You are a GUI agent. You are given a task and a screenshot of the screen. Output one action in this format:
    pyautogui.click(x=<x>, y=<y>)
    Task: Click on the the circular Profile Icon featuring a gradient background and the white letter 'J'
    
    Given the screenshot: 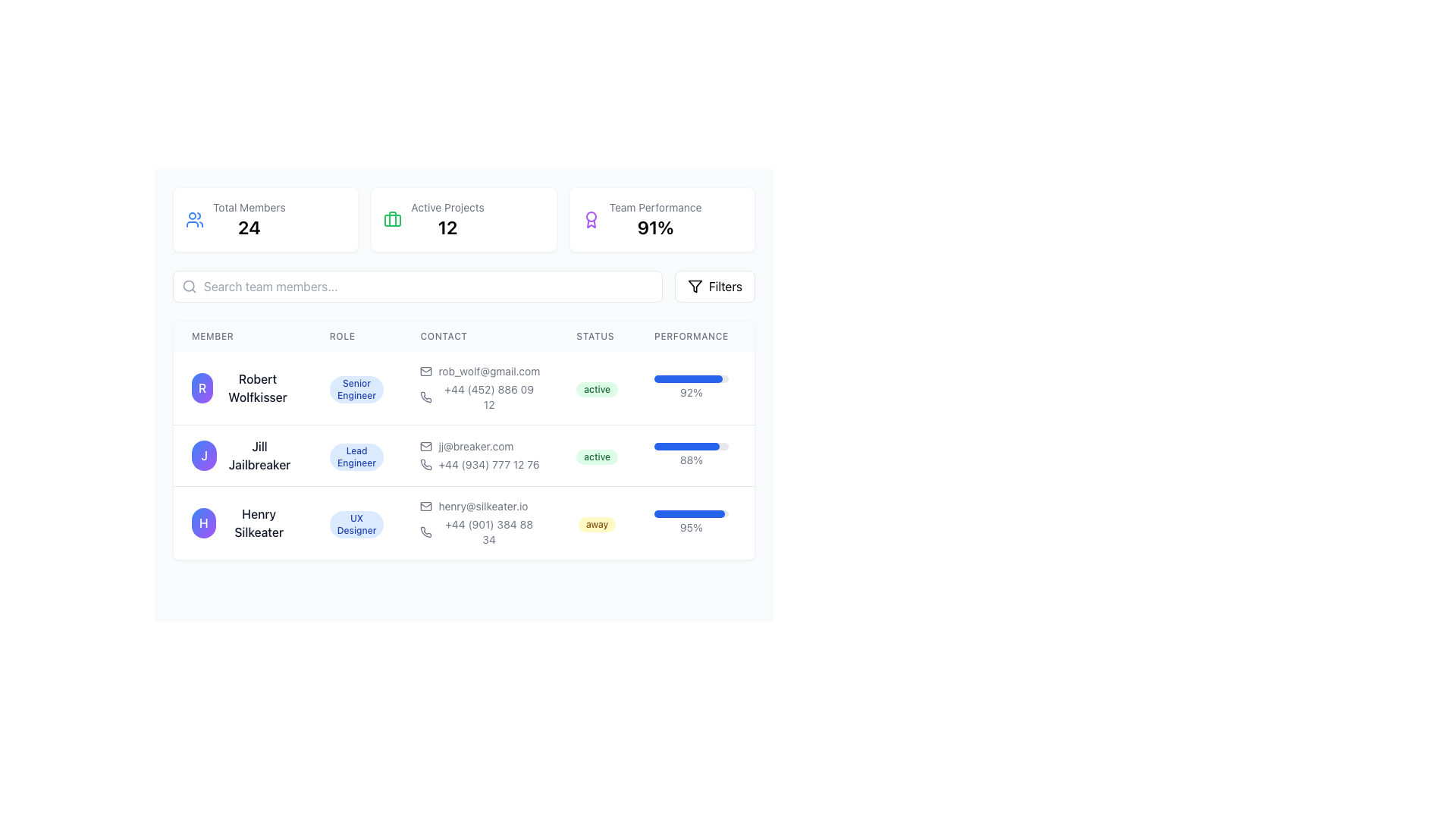 What is the action you would take?
    pyautogui.click(x=203, y=455)
    